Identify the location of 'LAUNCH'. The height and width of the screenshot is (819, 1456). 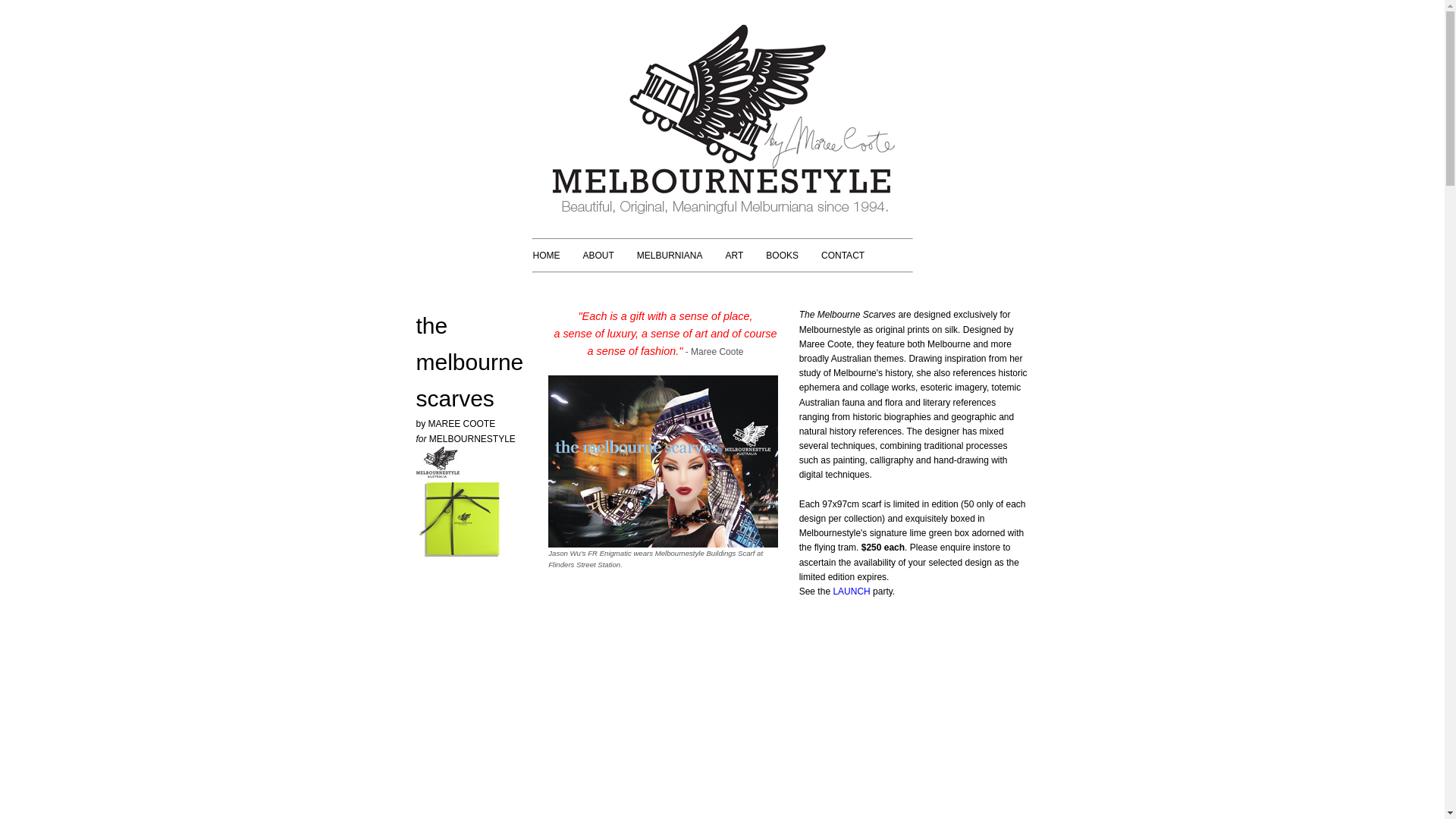
(851, 590).